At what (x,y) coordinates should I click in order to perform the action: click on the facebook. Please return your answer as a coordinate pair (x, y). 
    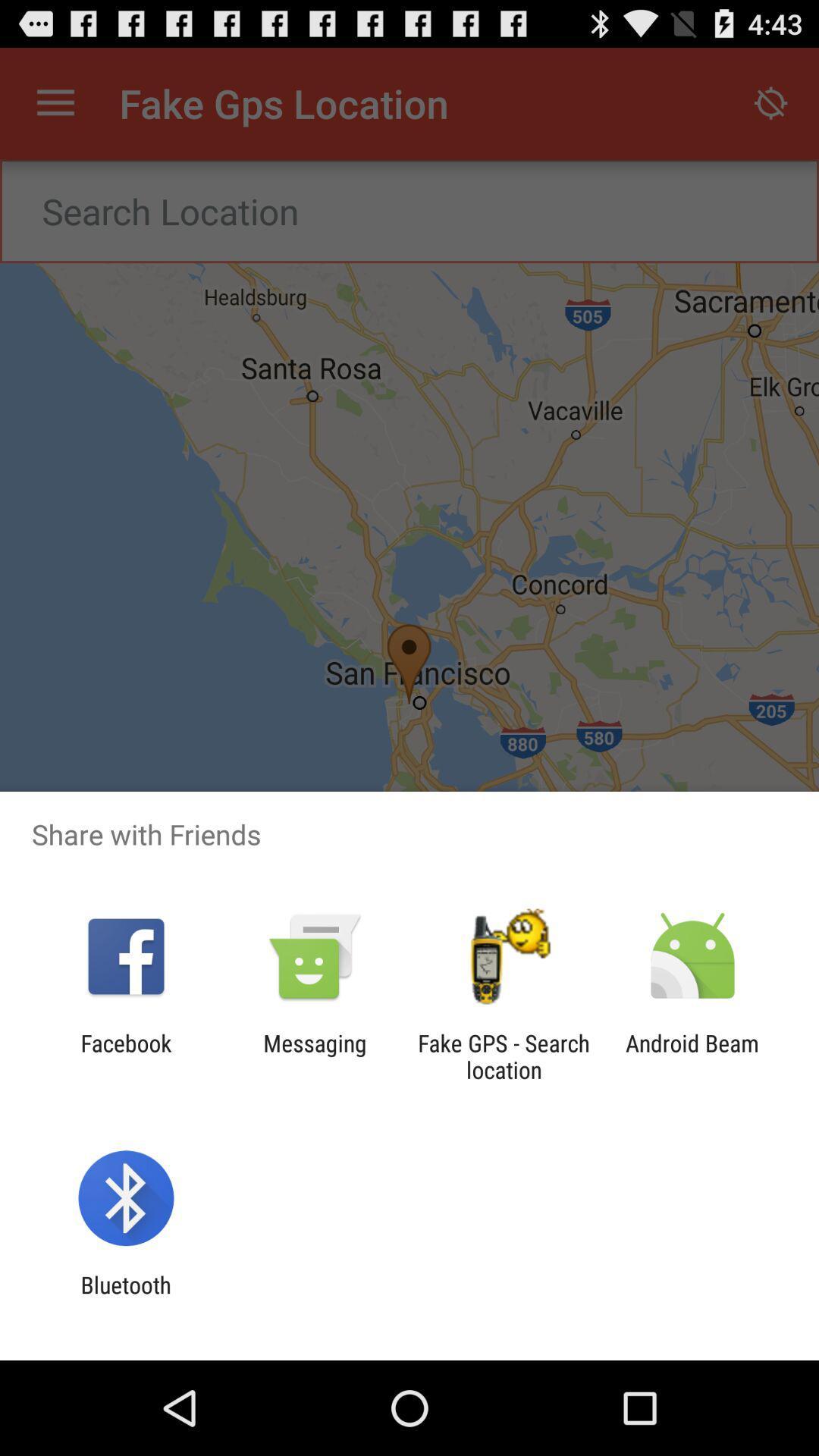
    Looking at the image, I should click on (125, 1056).